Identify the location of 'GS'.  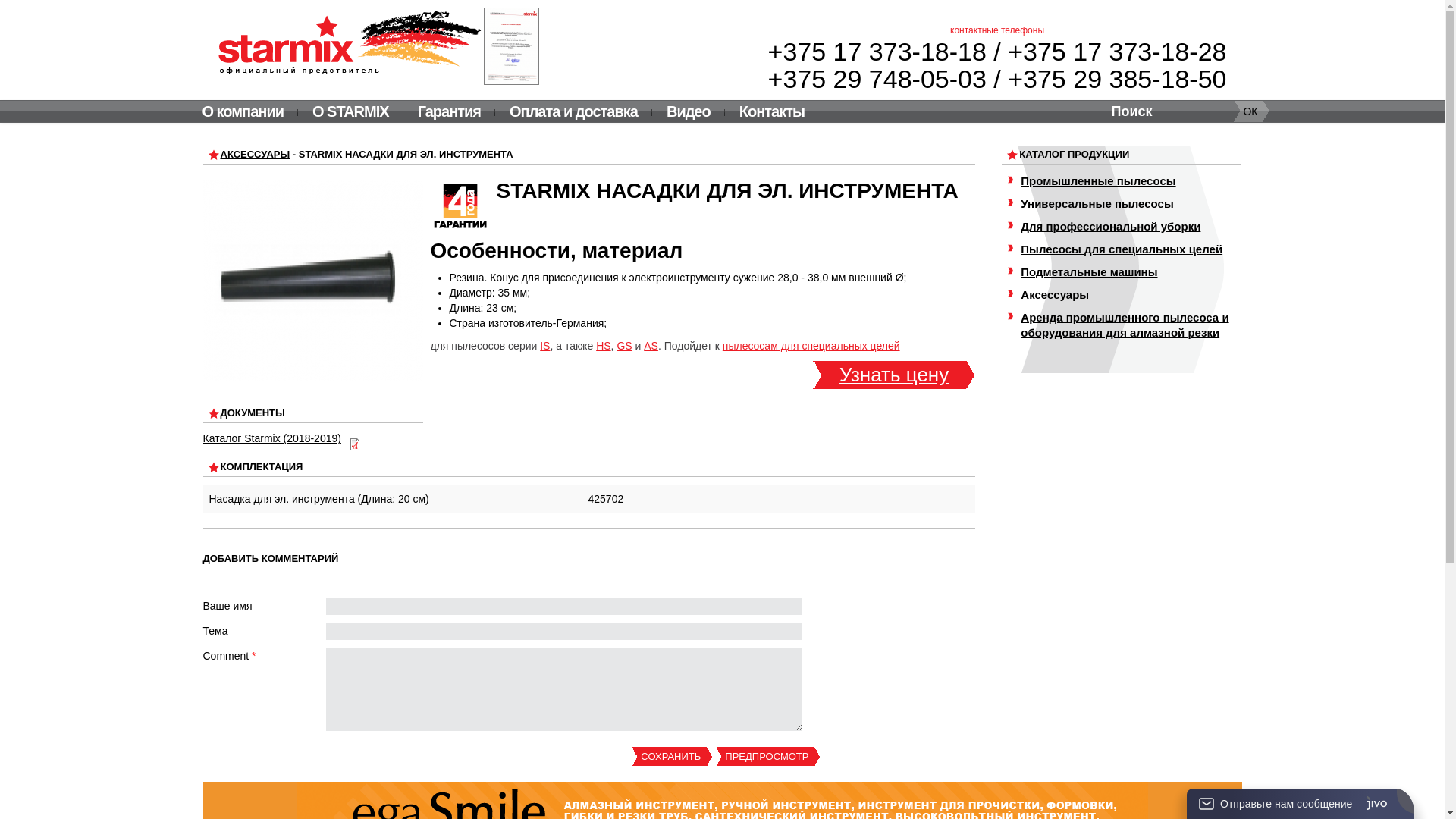
(623, 345).